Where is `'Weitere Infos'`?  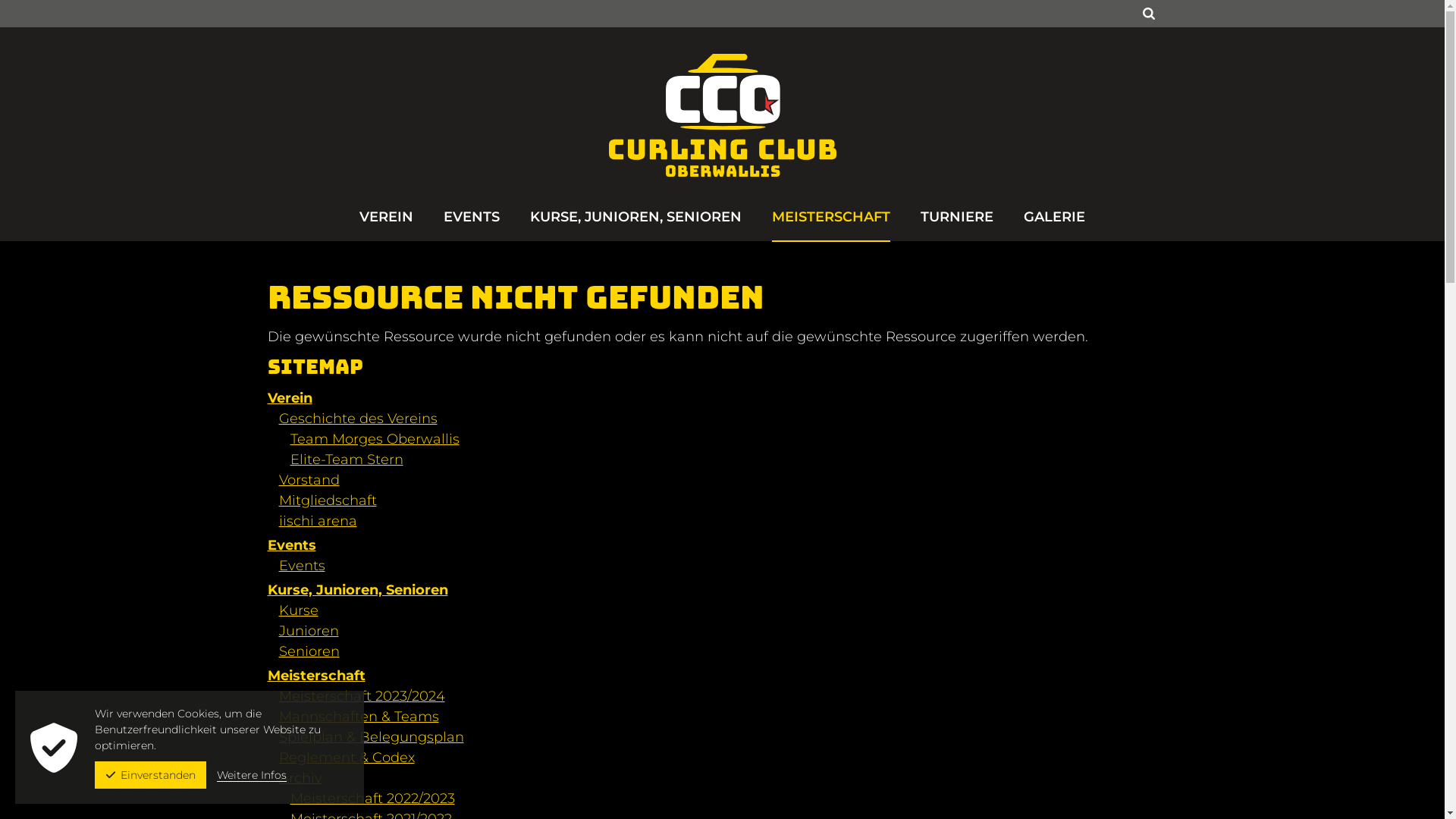
'Weitere Infos' is located at coordinates (251, 775).